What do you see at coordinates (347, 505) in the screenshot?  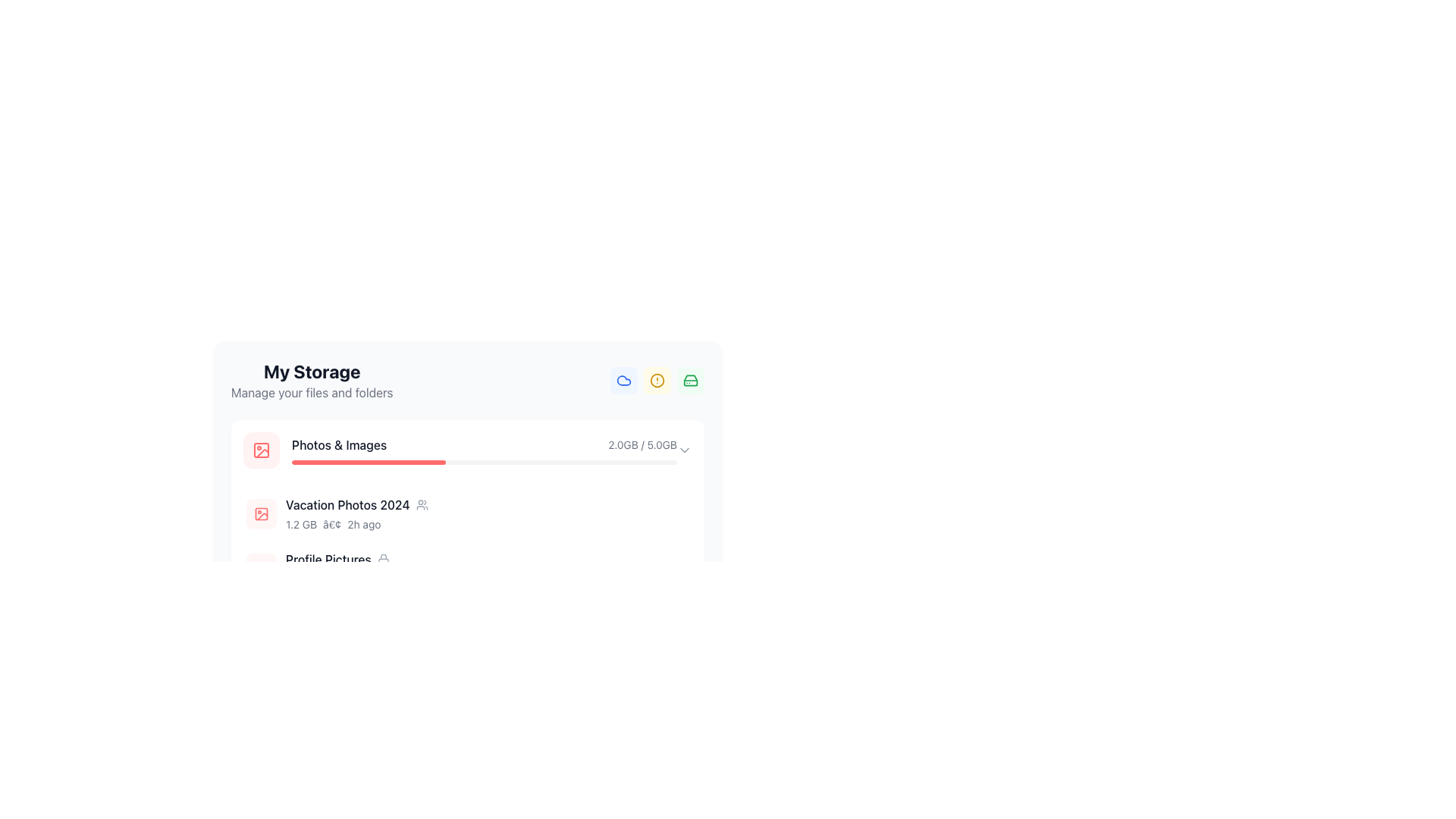 I see `the text label displaying 'Vacation Photos 2024' which is part of the 'Photos & Images' section in the file management interface` at bounding box center [347, 505].